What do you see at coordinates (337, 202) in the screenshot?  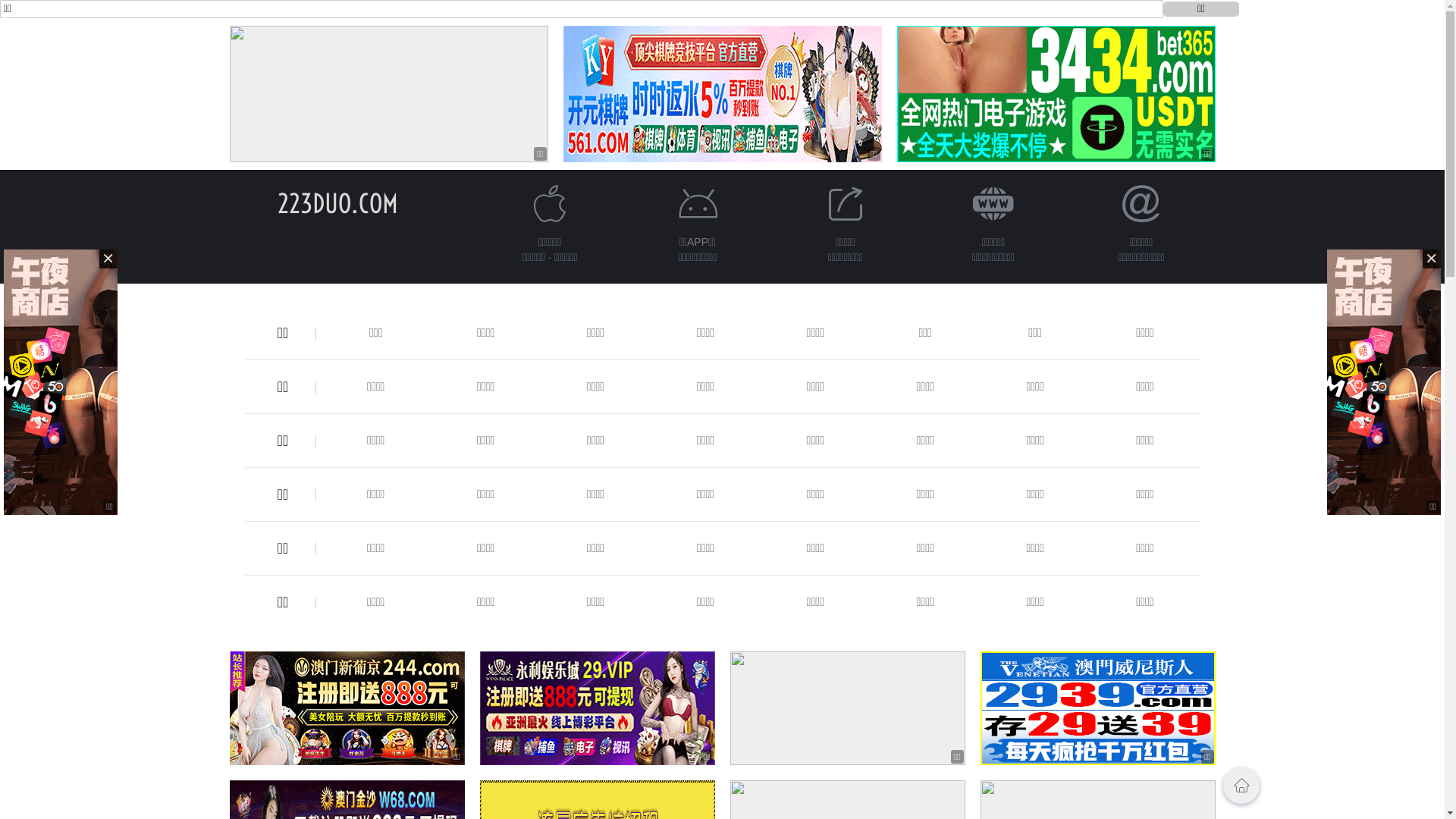 I see `'223DUO.COM'` at bounding box center [337, 202].